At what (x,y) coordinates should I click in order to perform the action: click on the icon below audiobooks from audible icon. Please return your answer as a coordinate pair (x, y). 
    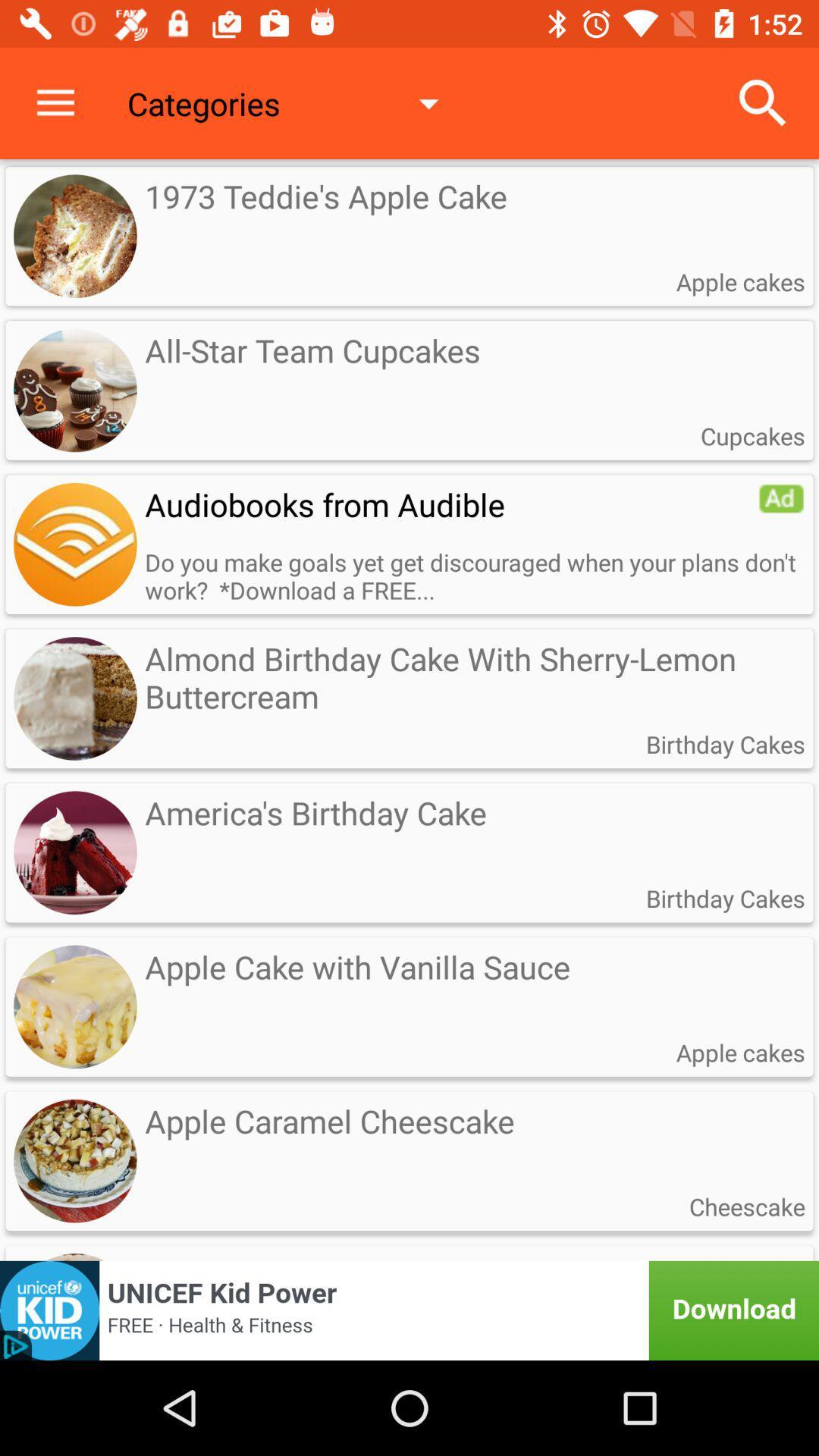
    Looking at the image, I should click on (474, 575).